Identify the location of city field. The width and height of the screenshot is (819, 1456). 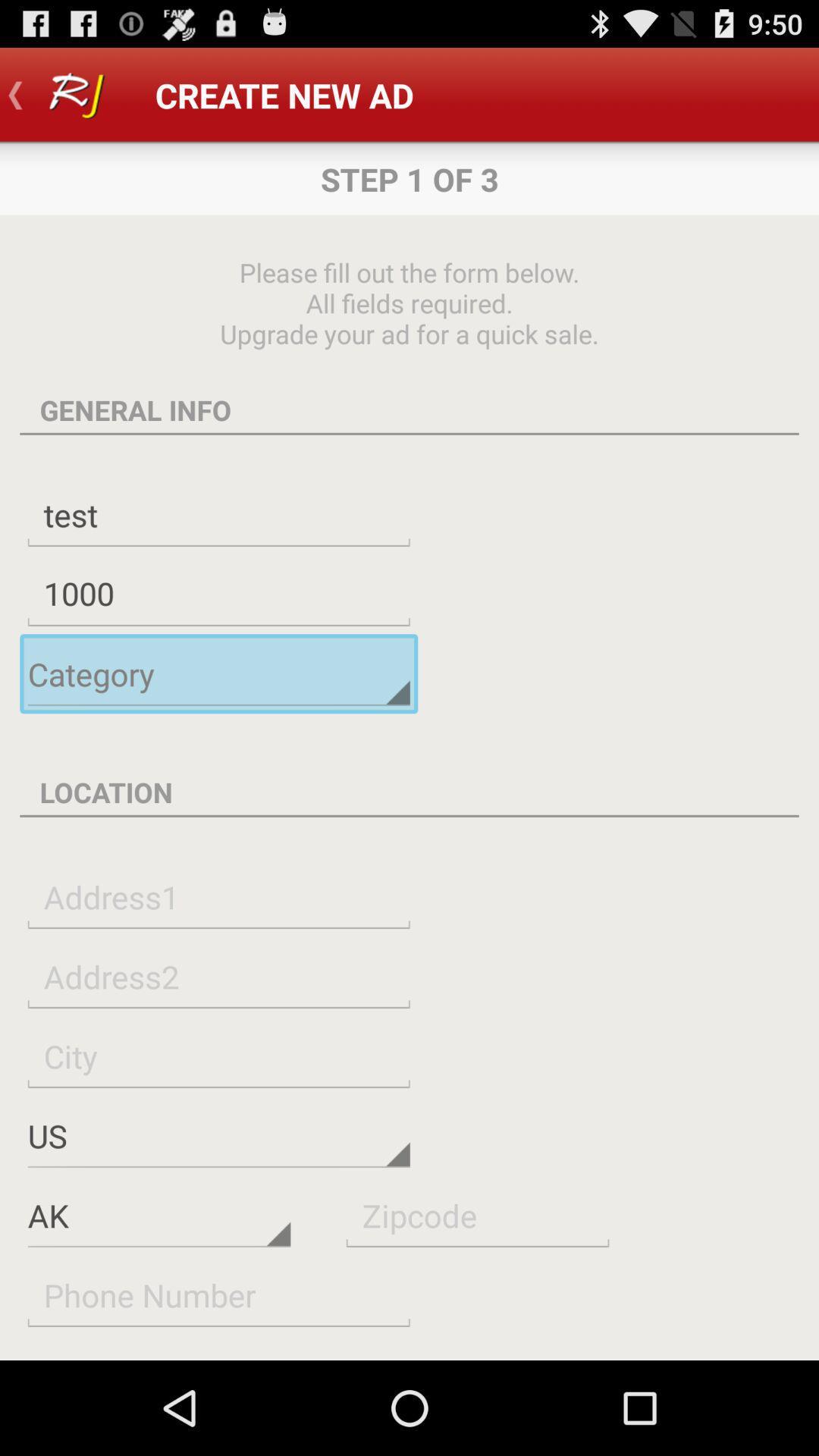
(218, 1055).